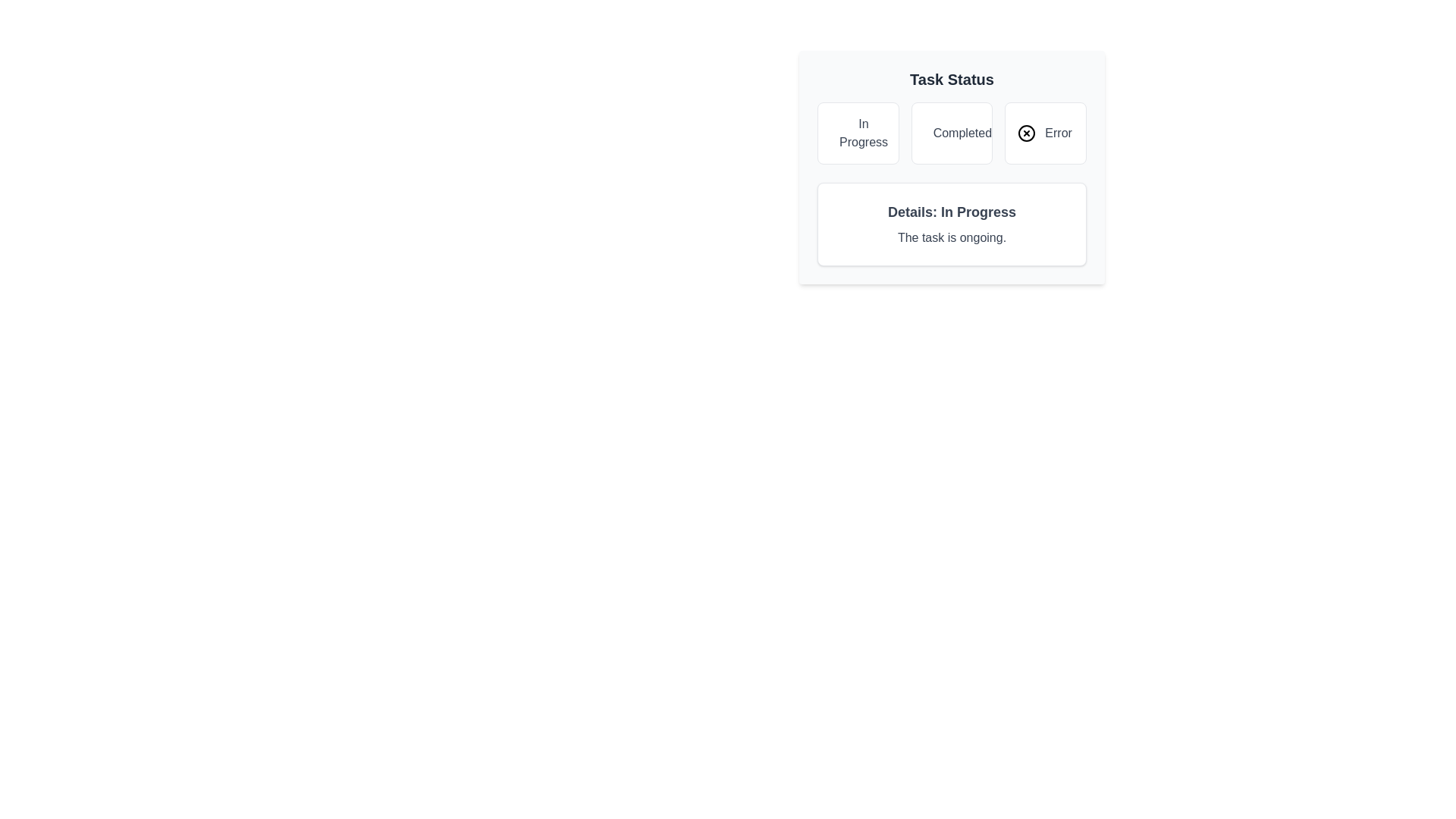 The width and height of the screenshot is (1456, 819). I want to click on the error status Text Label positioned at the far right of the 'Task Status' group, which indicates a problematic state, so click(1058, 133).